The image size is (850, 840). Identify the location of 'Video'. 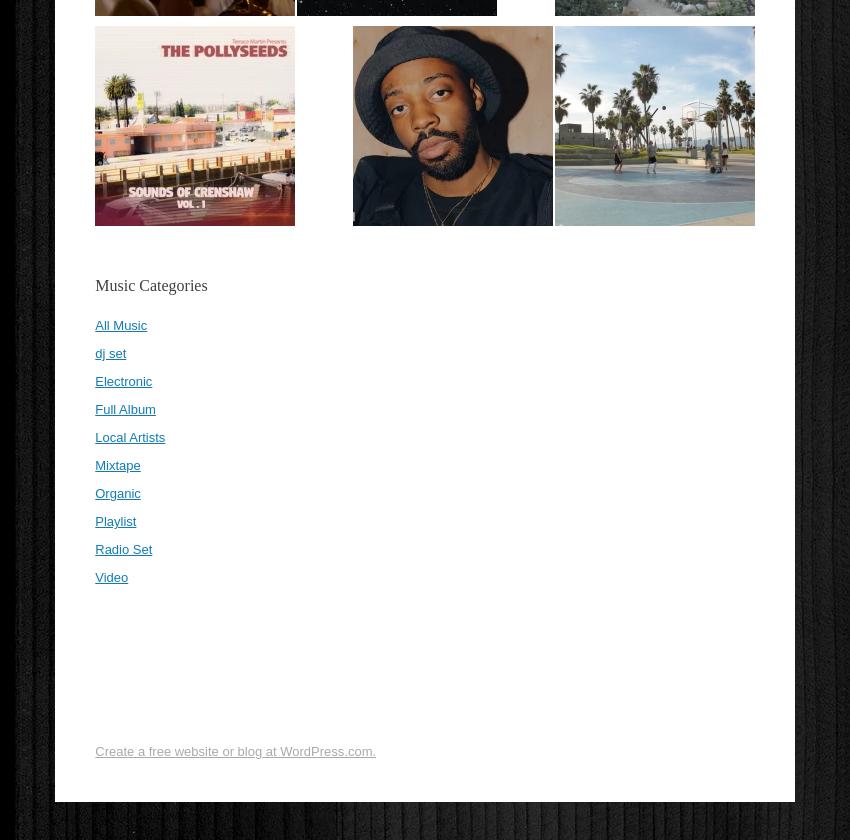
(110, 577).